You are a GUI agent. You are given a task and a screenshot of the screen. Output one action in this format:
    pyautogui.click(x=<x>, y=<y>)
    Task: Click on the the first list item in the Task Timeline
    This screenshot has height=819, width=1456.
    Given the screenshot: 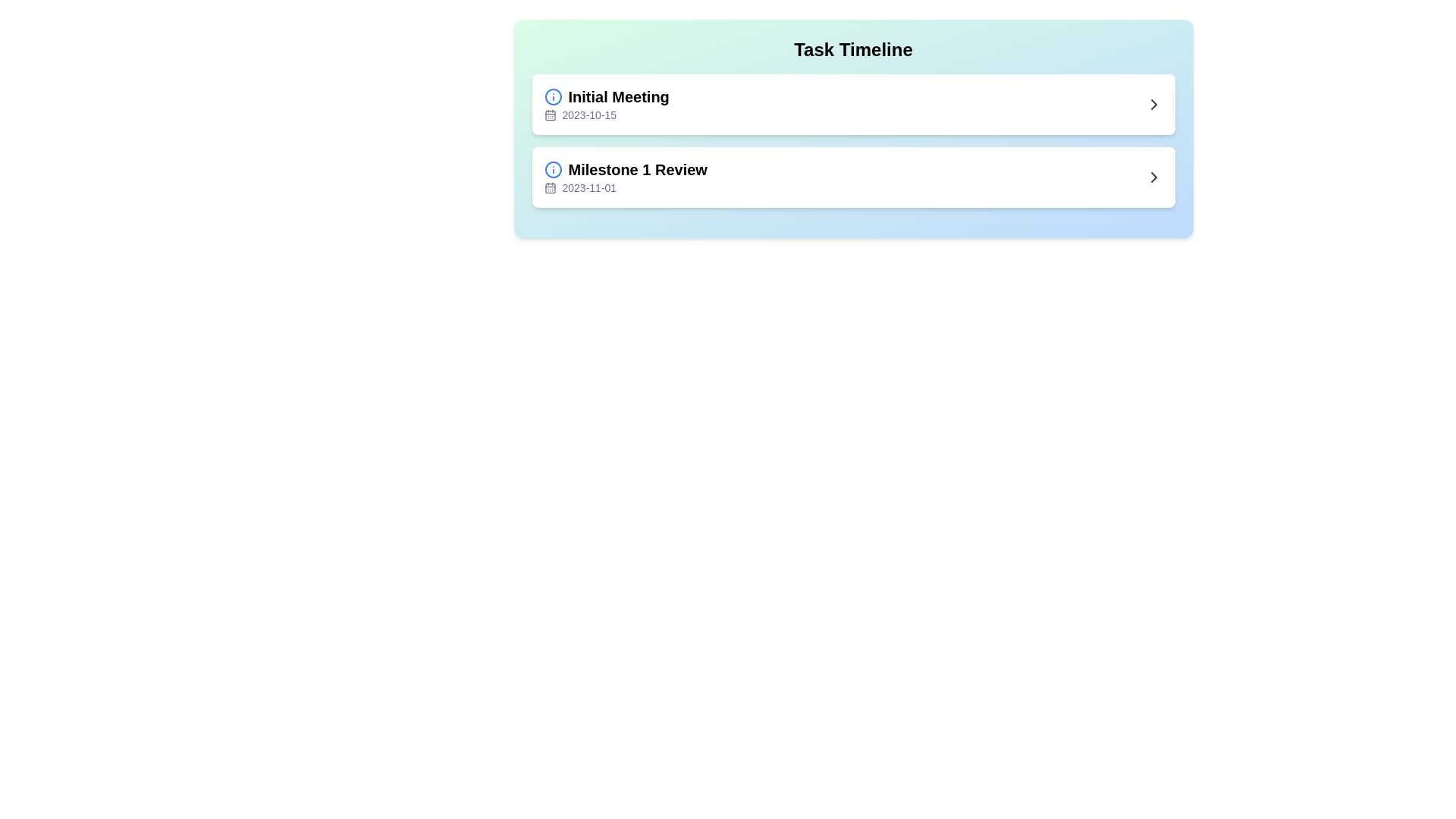 What is the action you would take?
    pyautogui.click(x=852, y=104)
    